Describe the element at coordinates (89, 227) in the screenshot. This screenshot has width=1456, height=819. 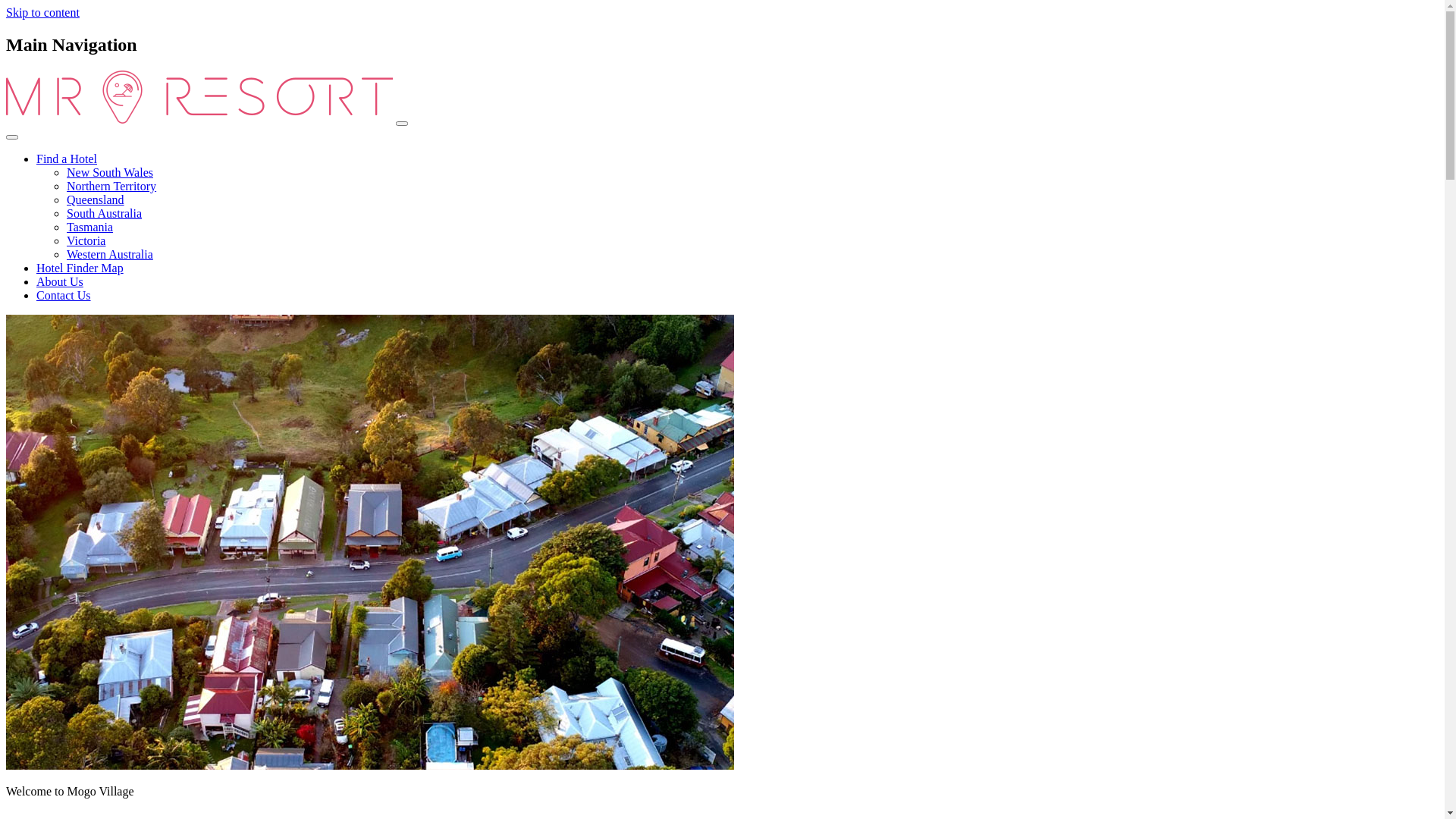
I see `'Tasmania'` at that location.